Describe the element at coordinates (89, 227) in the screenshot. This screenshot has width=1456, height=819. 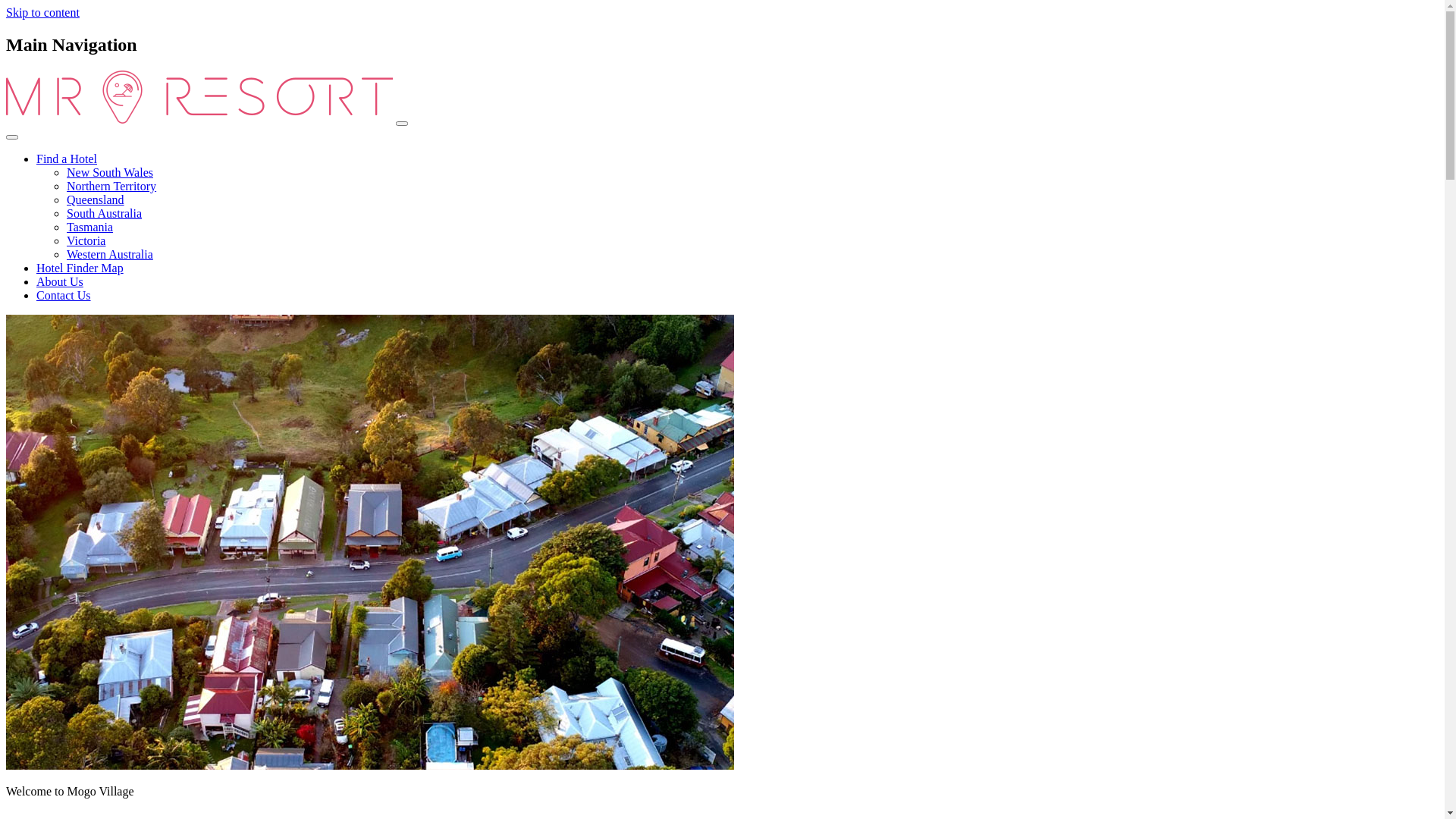
I see `'Tasmania'` at that location.